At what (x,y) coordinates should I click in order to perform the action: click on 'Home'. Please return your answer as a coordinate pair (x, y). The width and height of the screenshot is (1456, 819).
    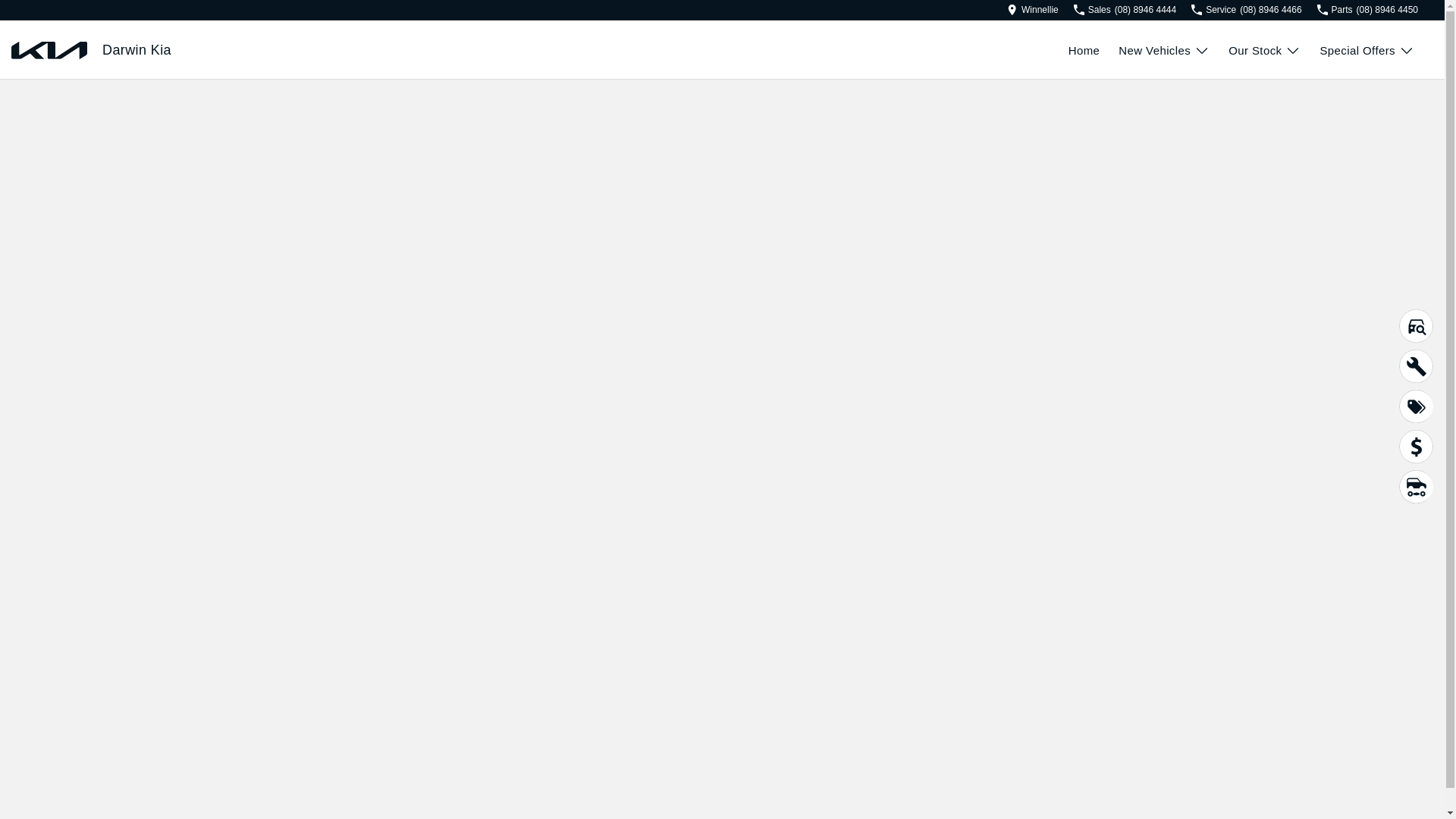
    Looking at the image, I should click on (1094, 49).